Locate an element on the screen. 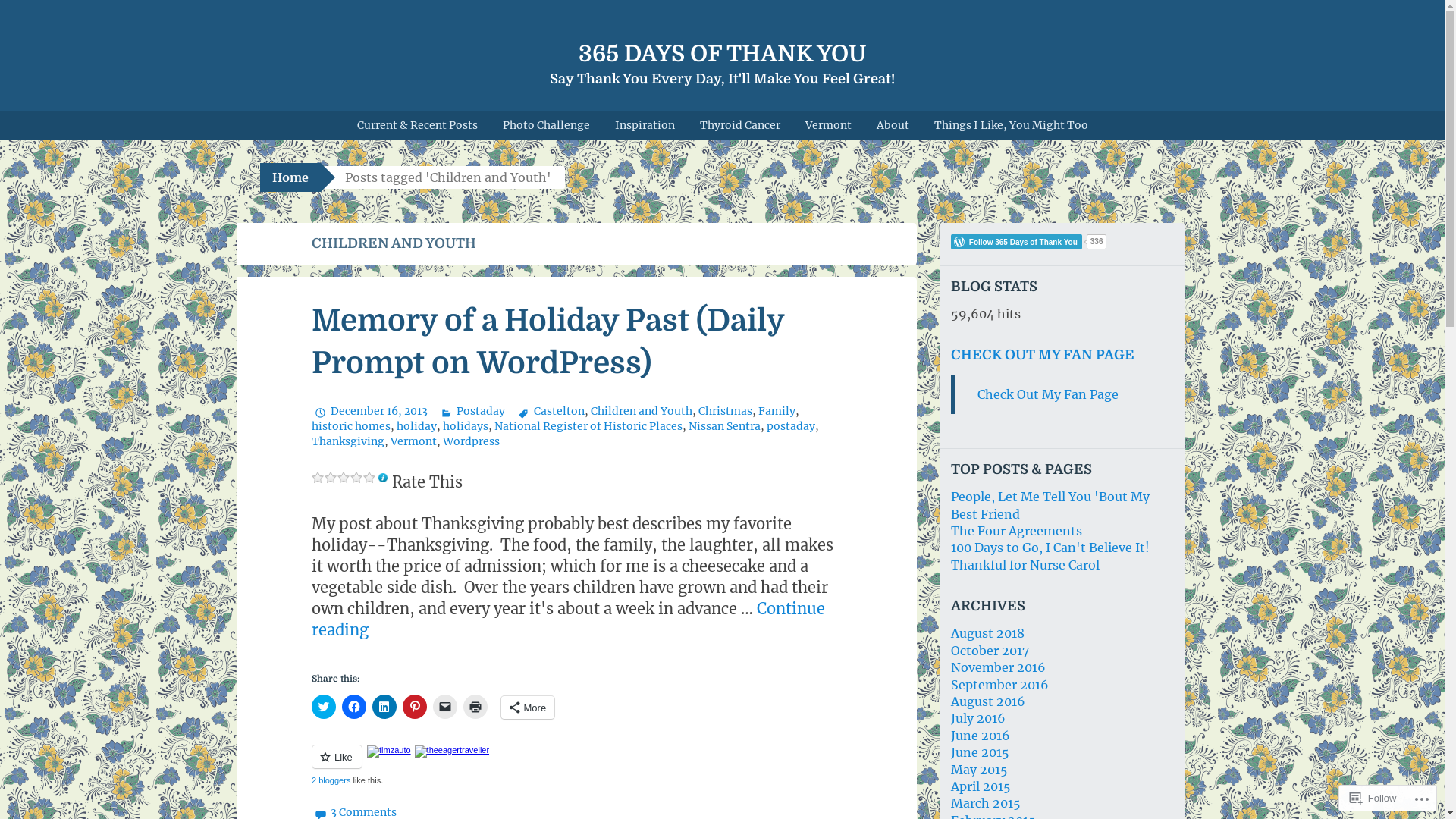 Image resolution: width=1456 pixels, height=819 pixels. 'Click to print (Opens in new window)' is located at coordinates (473, 707).